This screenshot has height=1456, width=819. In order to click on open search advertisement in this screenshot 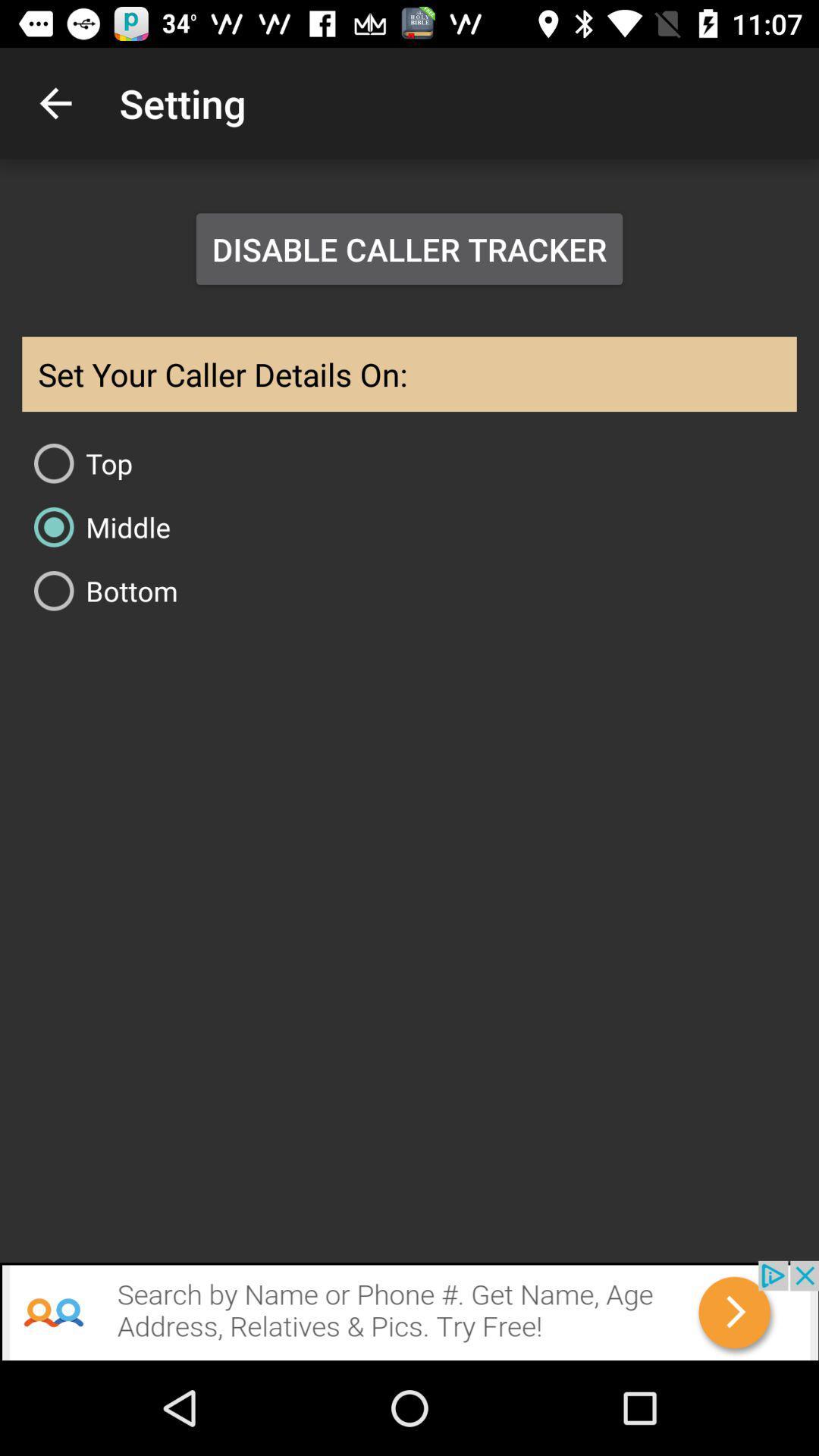, I will do `click(409, 1310)`.